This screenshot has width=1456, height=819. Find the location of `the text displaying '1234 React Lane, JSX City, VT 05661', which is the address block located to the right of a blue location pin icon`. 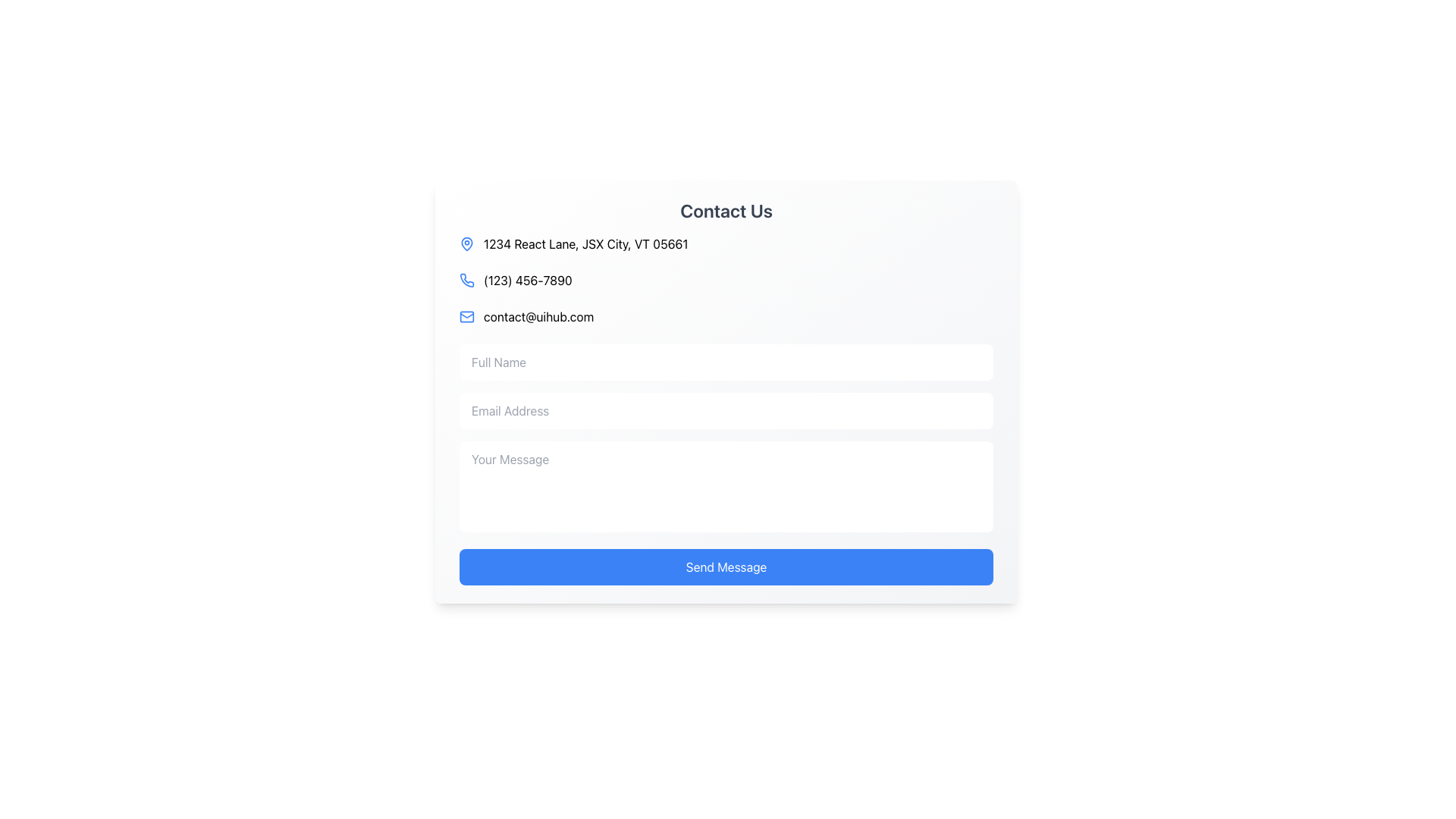

the text displaying '1234 React Lane, JSX City, VT 05661', which is the address block located to the right of a blue location pin icon is located at coordinates (585, 243).